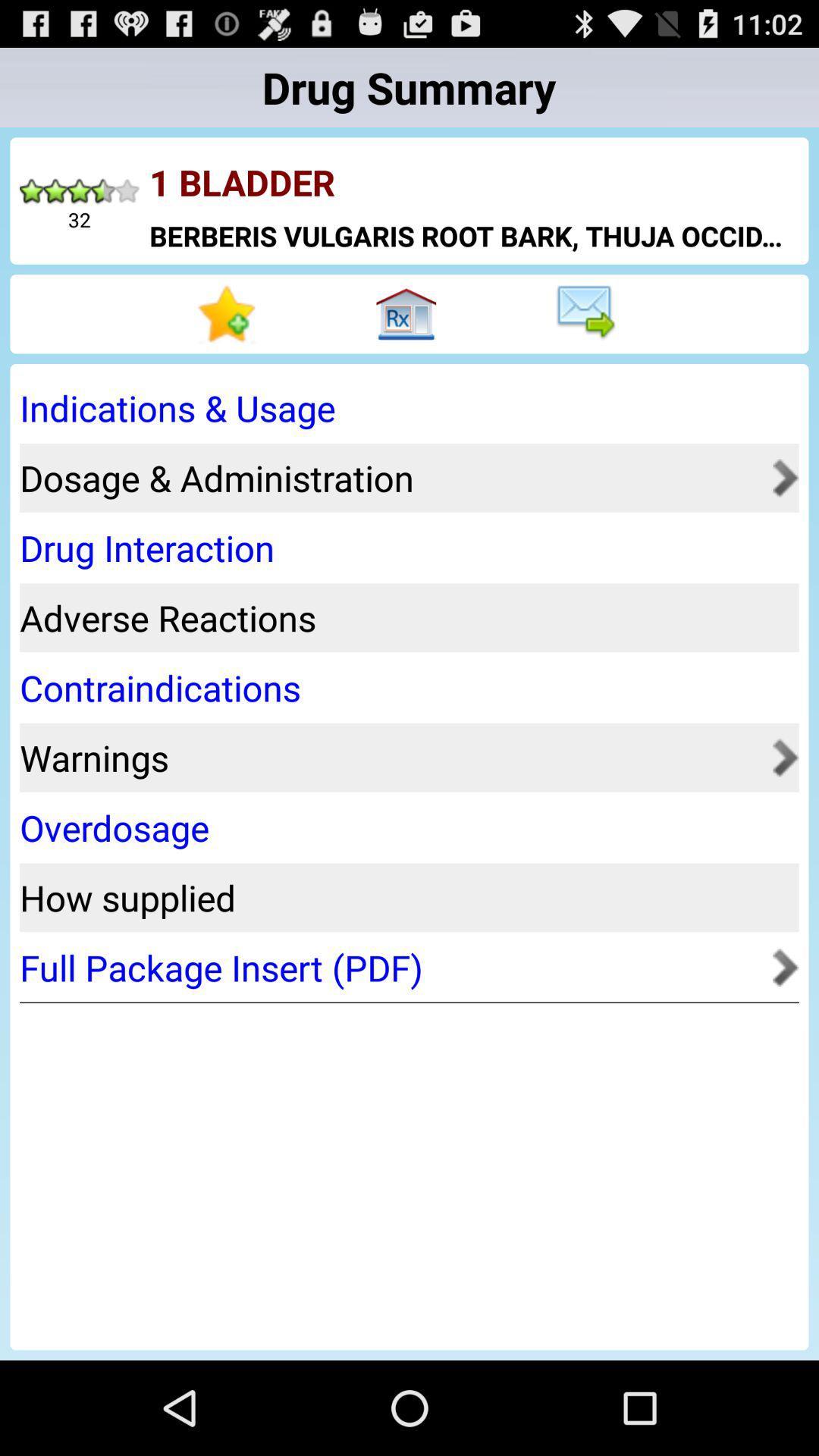 The height and width of the screenshot is (1456, 819). I want to click on favorite, so click(230, 313).